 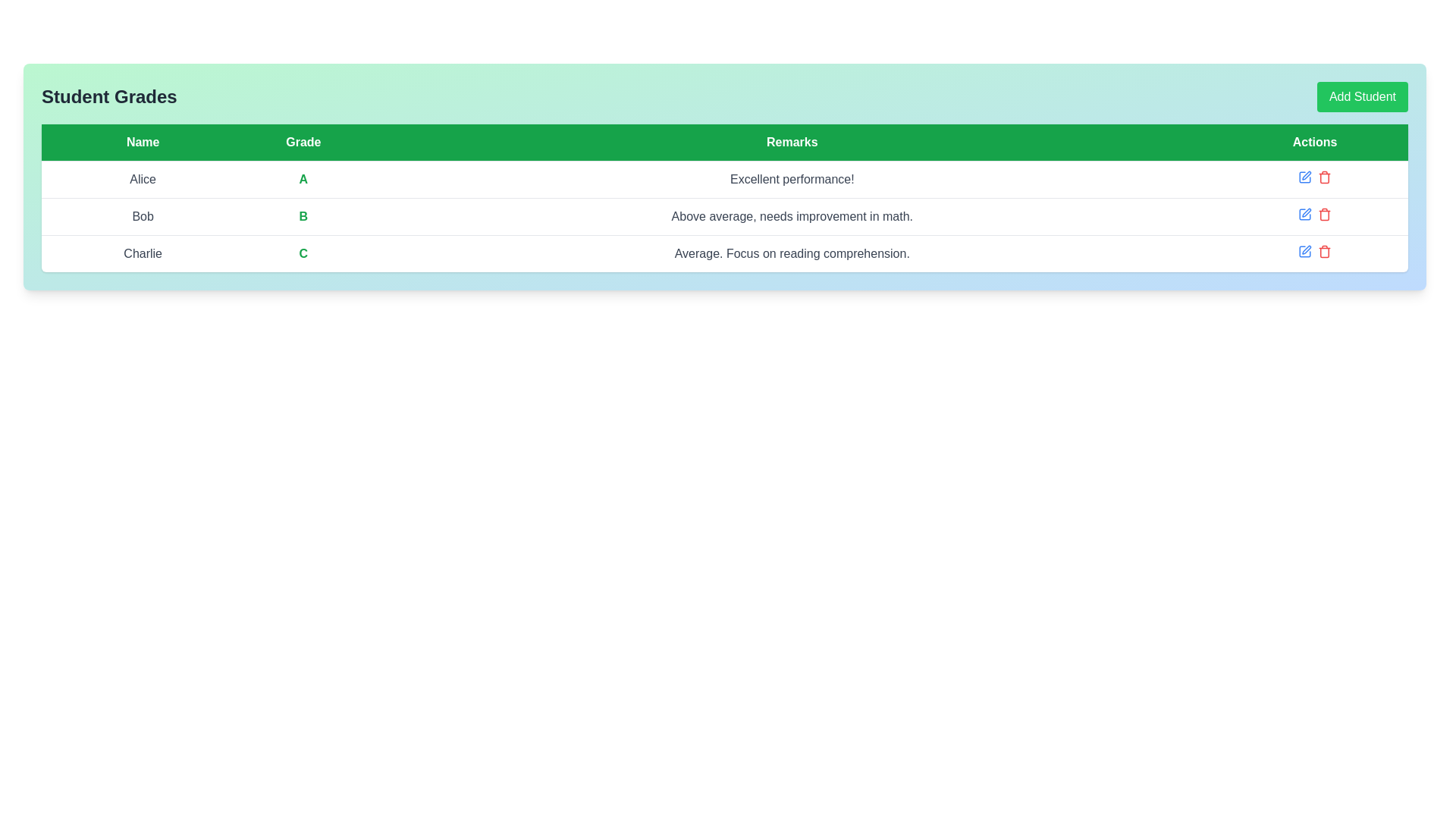 What do you see at coordinates (1324, 177) in the screenshot?
I see `the trash can icon, the second interactive element in the 'Actions' column for the row corresponding to 'Alice'` at bounding box center [1324, 177].